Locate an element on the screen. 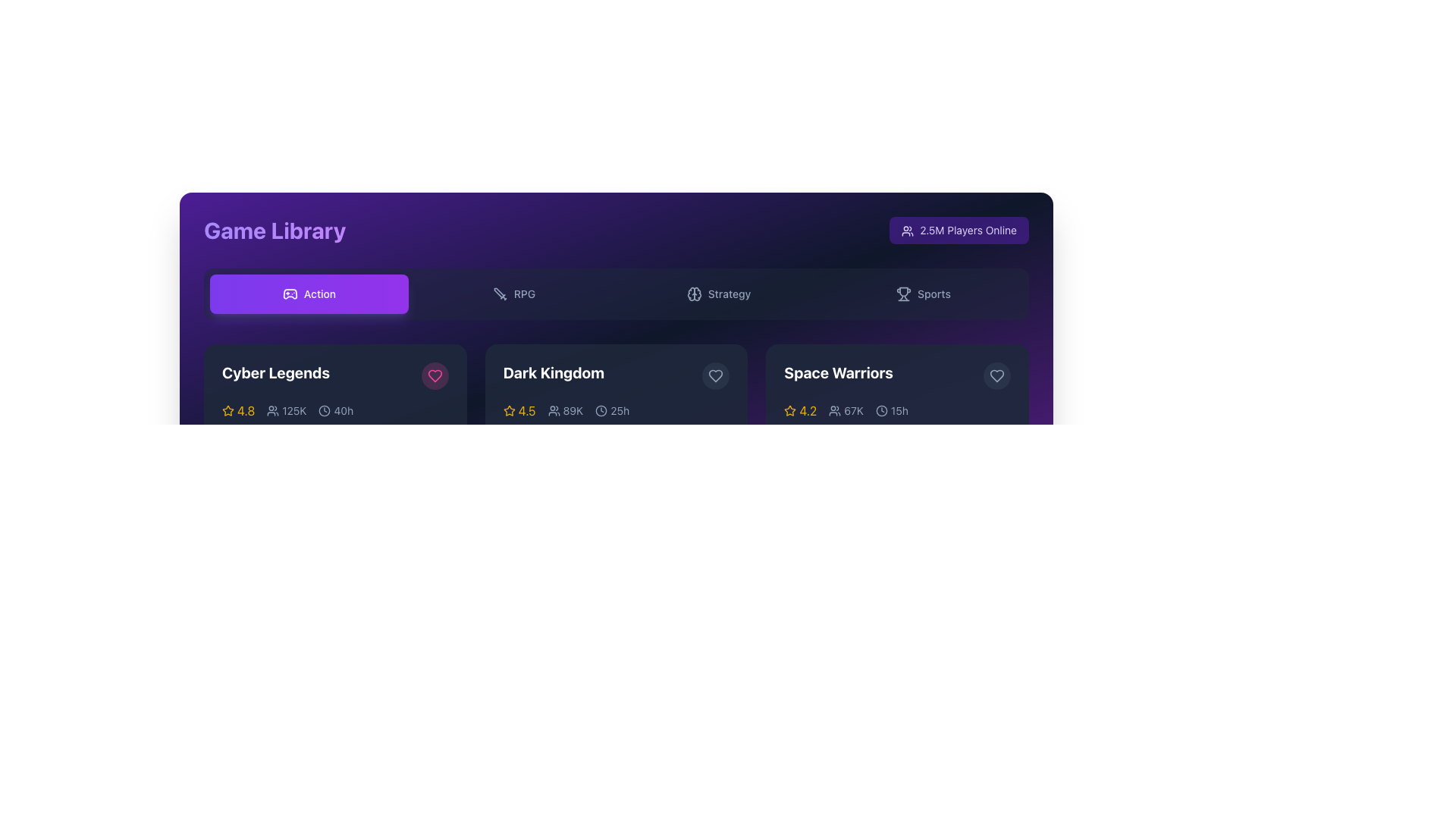  the textual rating value '4.2' displayed in yellow font, which is located on the bottom part of the 'Space Warriors' tile and positioned to the immediate right of a yellow outline star icon is located at coordinates (799, 411).